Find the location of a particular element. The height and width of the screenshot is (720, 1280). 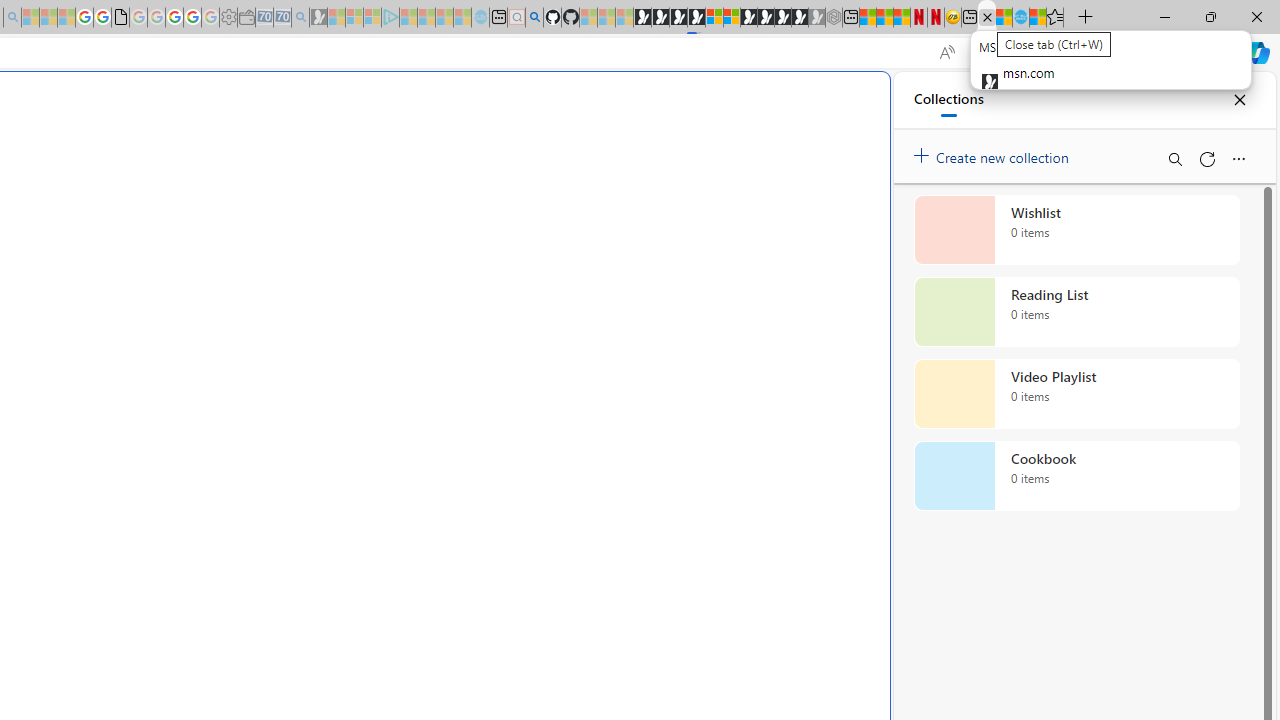

'More options menu' is located at coordinates (1237, 158).